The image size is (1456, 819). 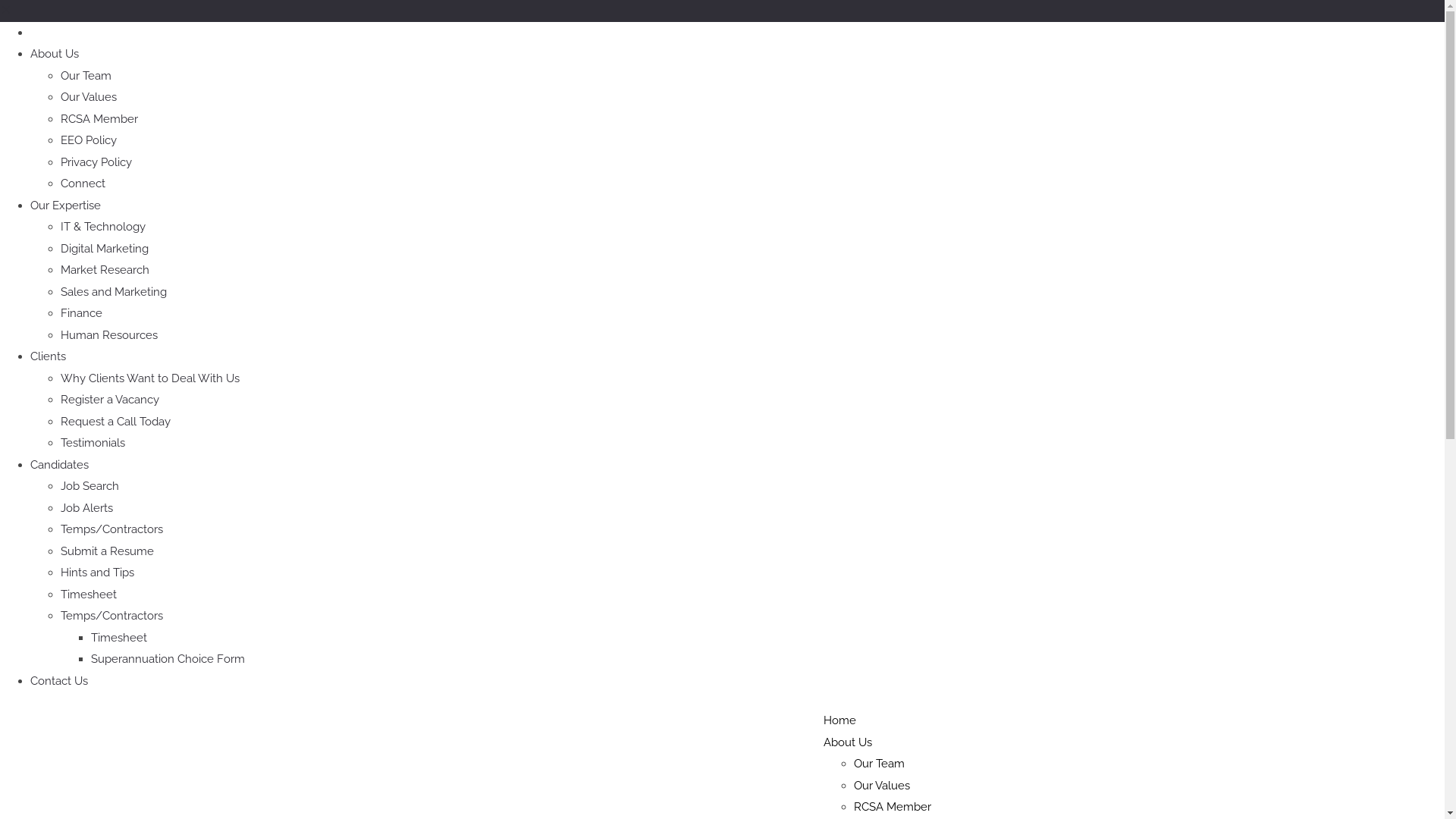 I want to click on 'Digital Marketing', so click(x=104, y=247).